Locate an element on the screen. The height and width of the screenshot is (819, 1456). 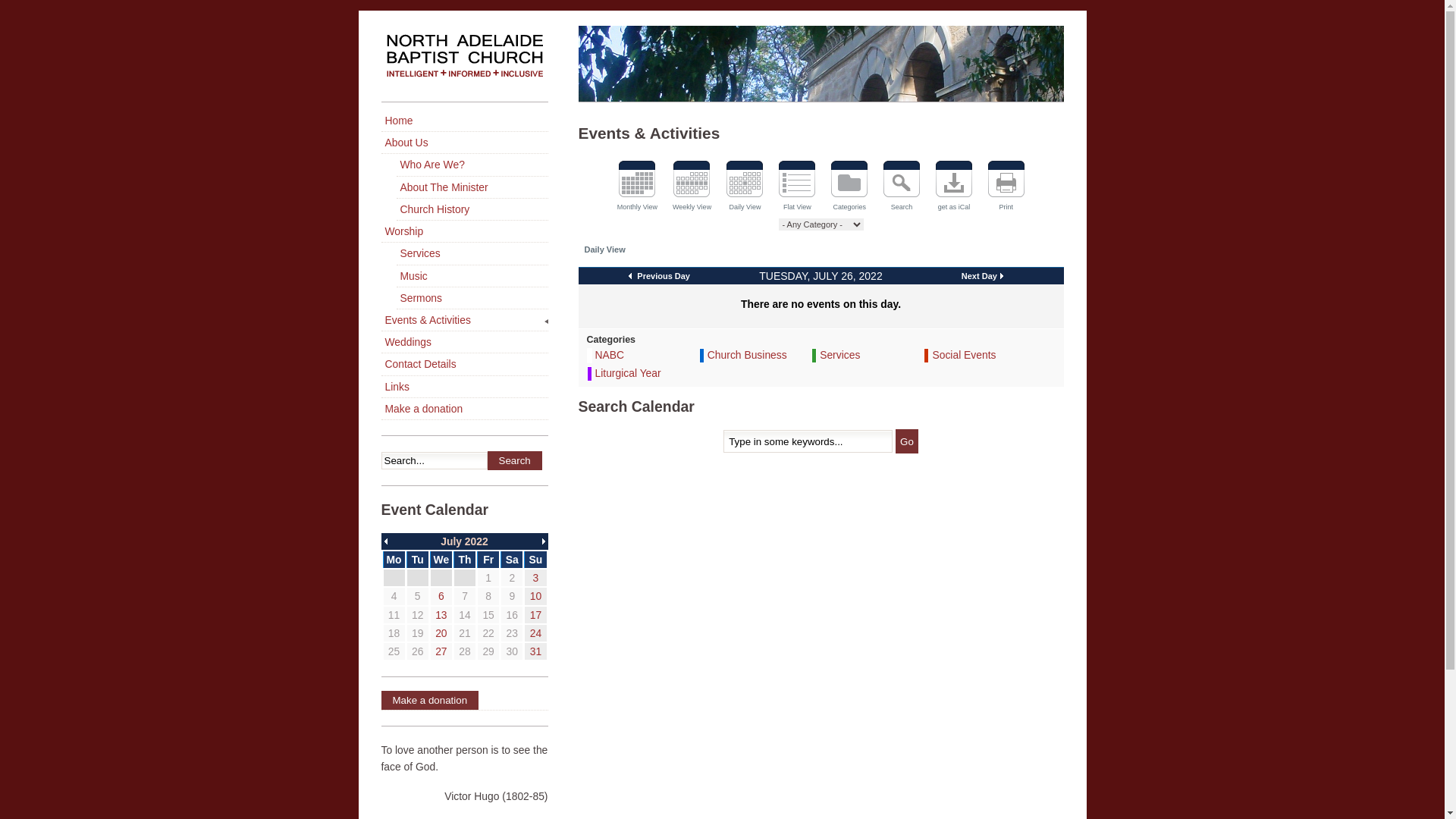
'Links' is located at coordinates (463, 386).